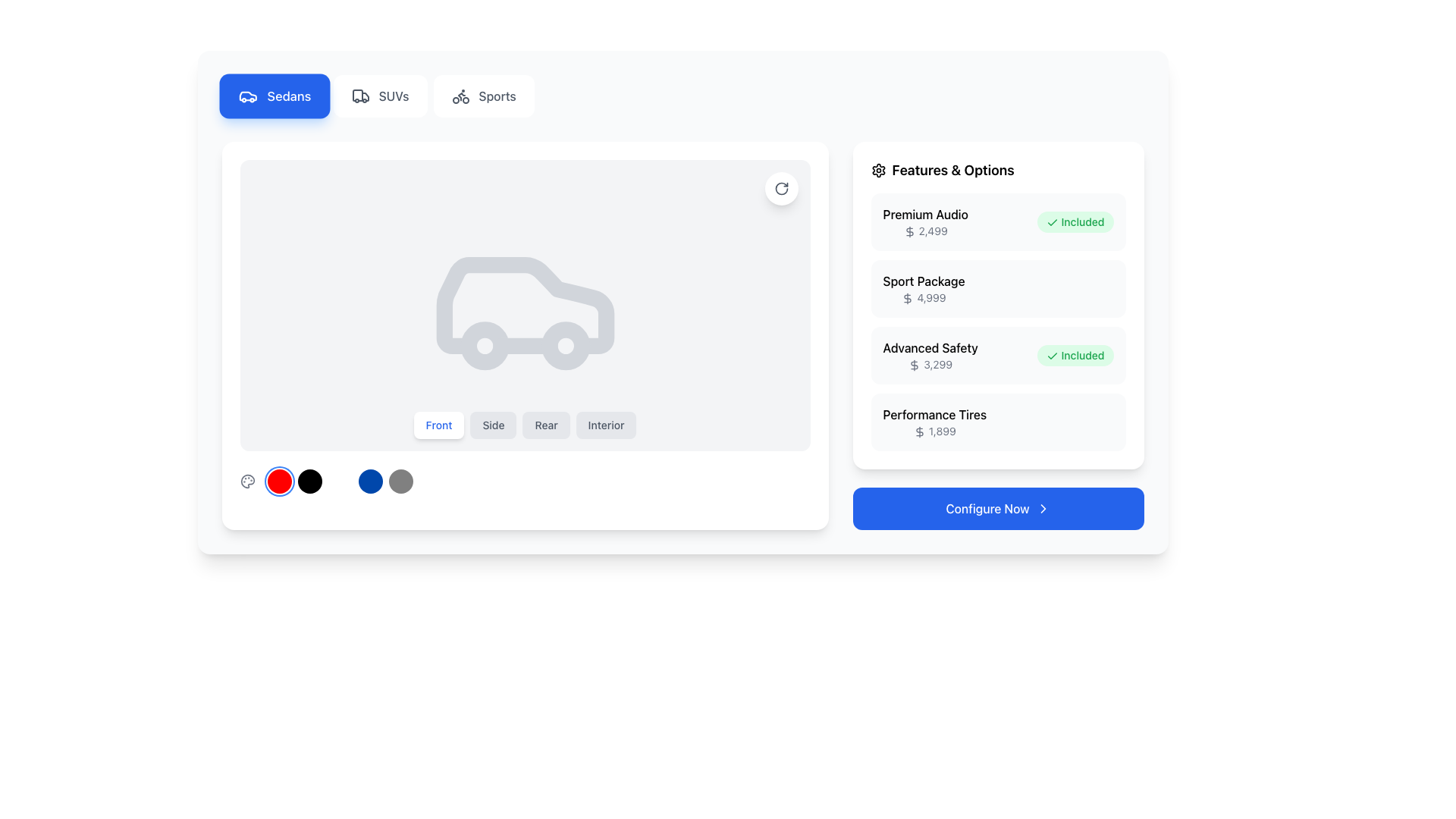 Image resolution: width=1456 pixels, height=819 pixels. What do you see at coordinates (339, 482) in the screenshot?
I see `the third selectable color option circle located below the vehicle image on the left side` at bounding box center [339, 482].